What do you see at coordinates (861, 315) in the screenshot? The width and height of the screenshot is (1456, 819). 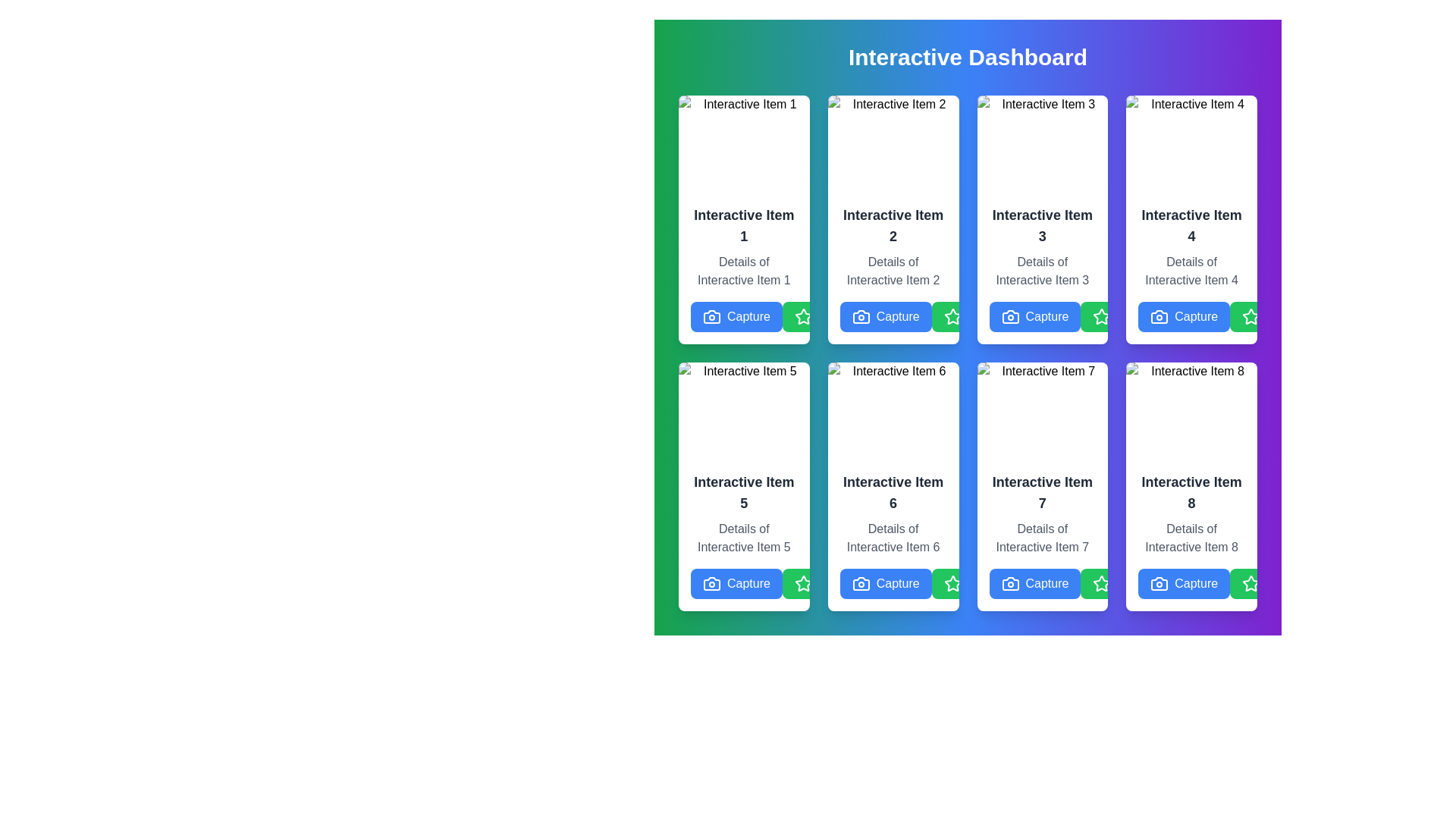 I see `the 'Capture' button located at the bottom of 'Interactive Item 2' card, which contains the camera icon for image capture functionality` at bounding box center [861, 315].